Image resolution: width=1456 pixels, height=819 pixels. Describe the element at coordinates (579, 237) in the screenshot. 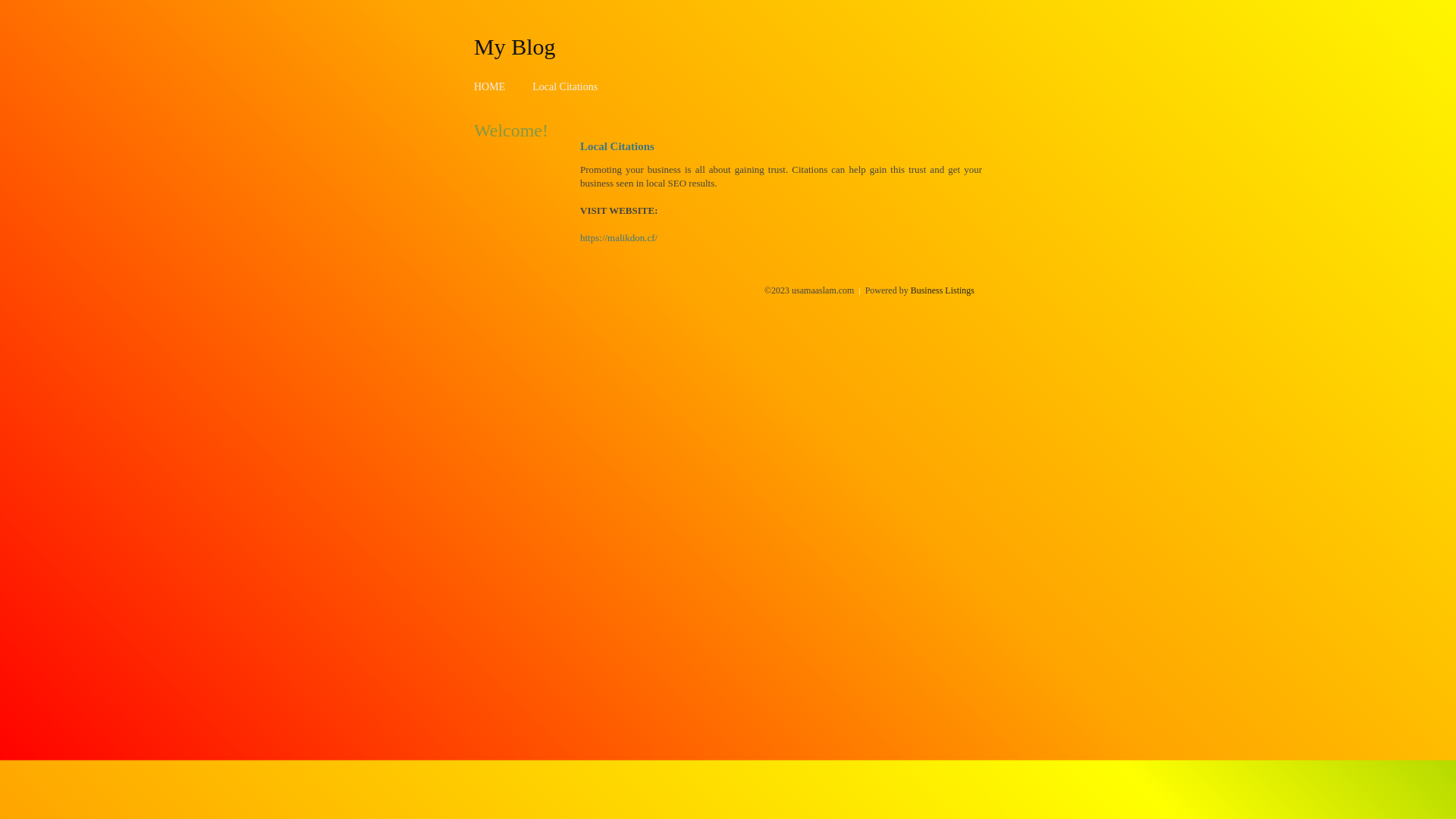

I see `'https://malikdon.cf/'` at that location.